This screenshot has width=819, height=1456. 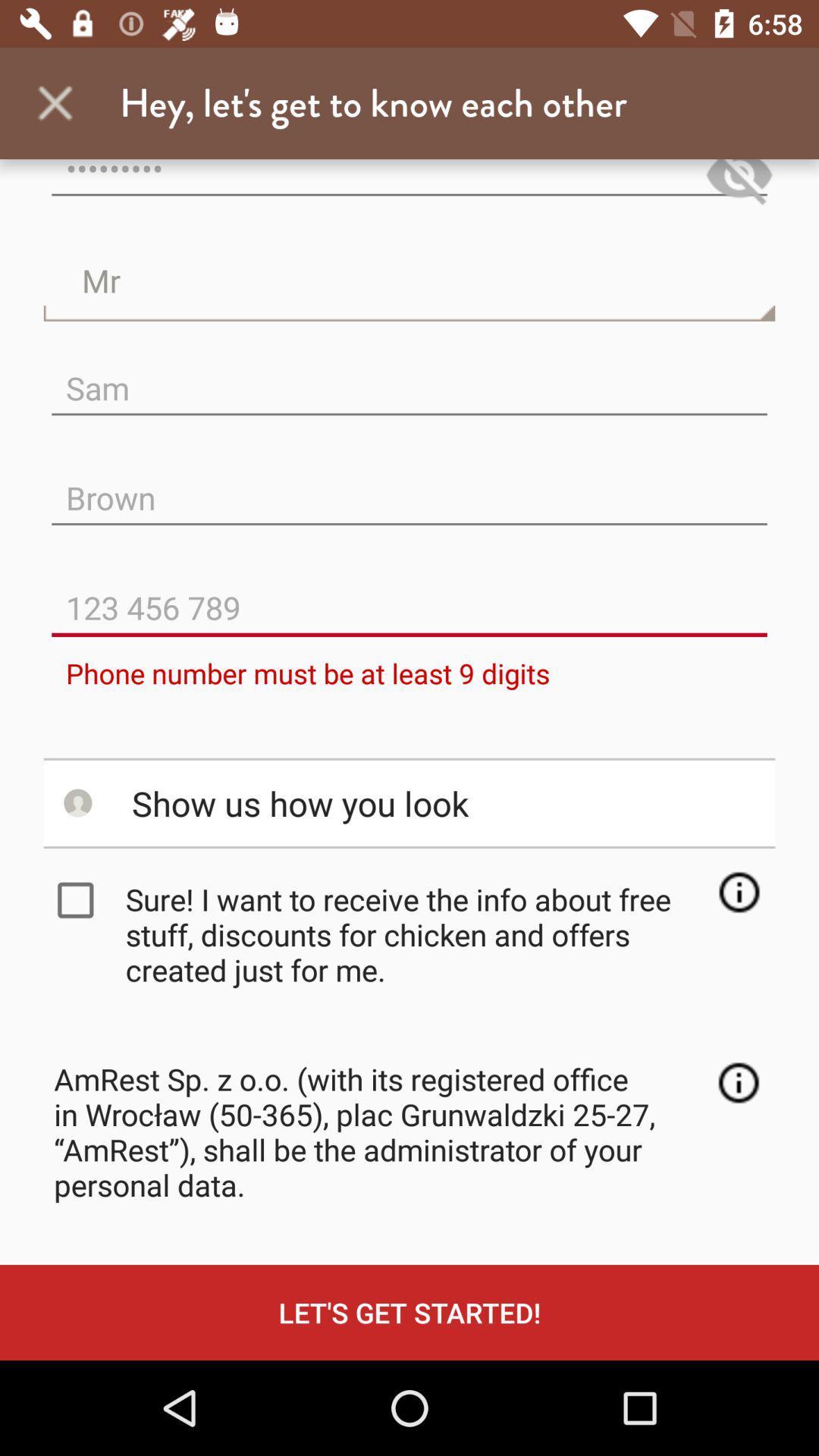 What do you see at coordinates (409, 485) in the screenshot?
I see `the item below sam icon` at bounding box center [409, 485].